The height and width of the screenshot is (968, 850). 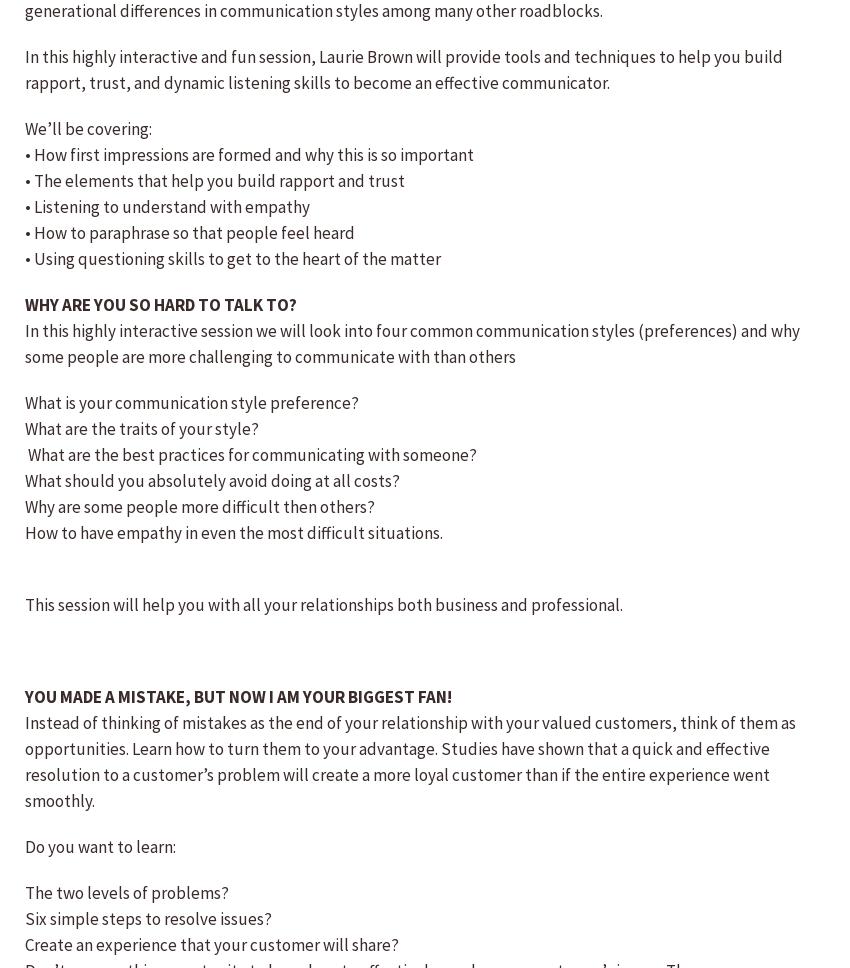 What do you see at coordinates (160, 304) in the screenshot?
I see `'WHY ARE YOU SO HARD TO TALK TO?'` at bounding box center [160, 304].